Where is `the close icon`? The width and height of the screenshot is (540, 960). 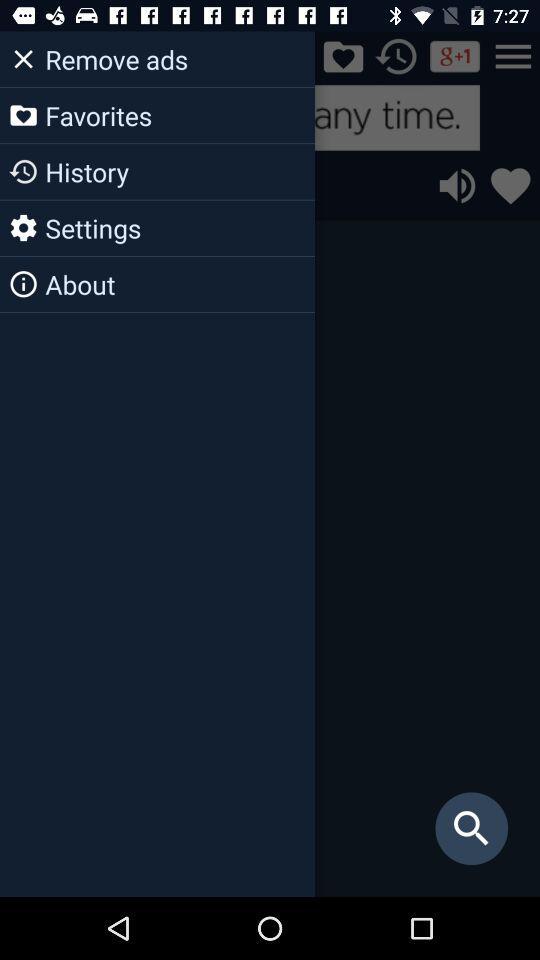
the close icon is located at coordinates (25, 55).